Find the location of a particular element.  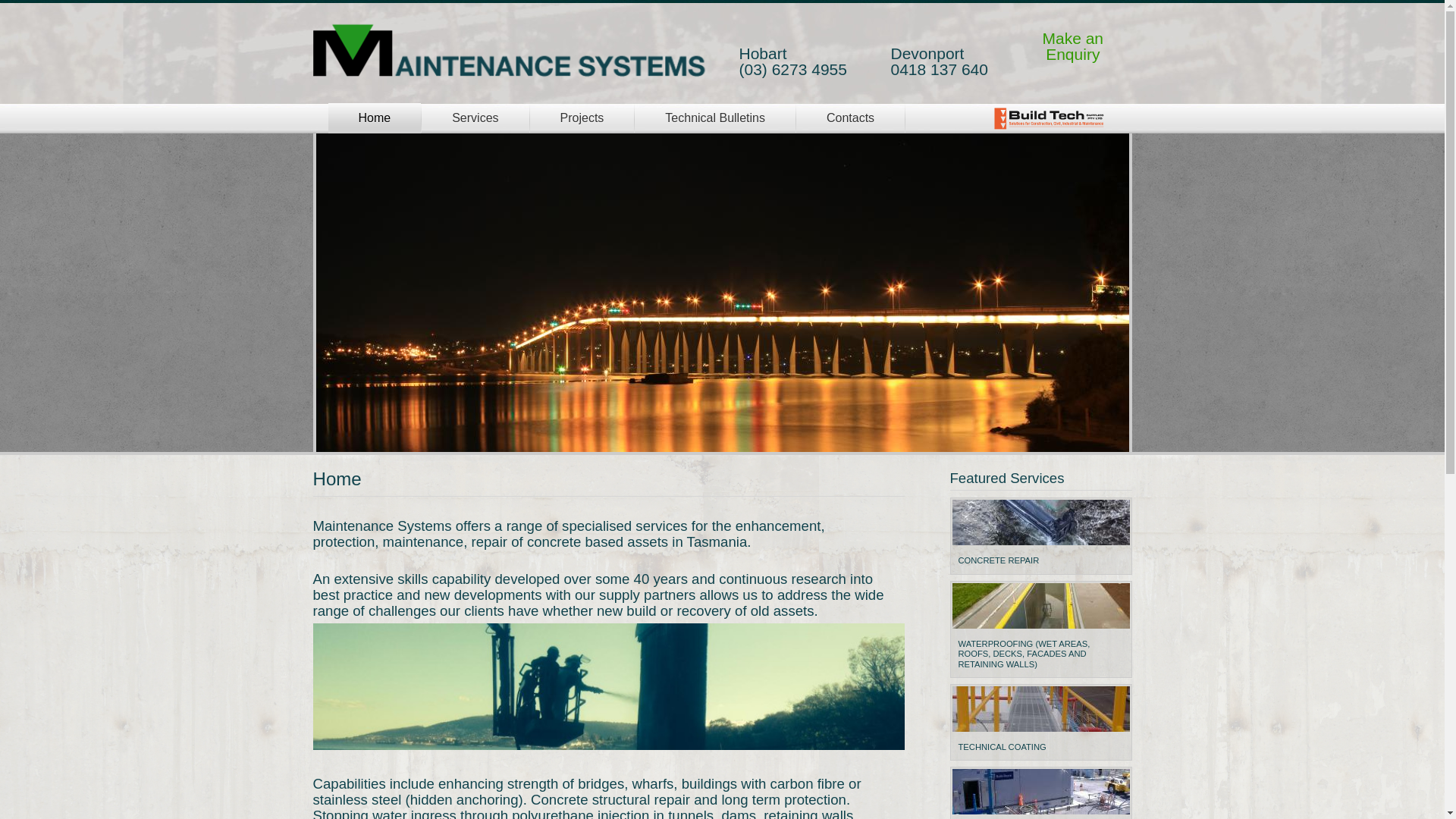

'Technical Bulletins' is located at coordinates (634, 117).